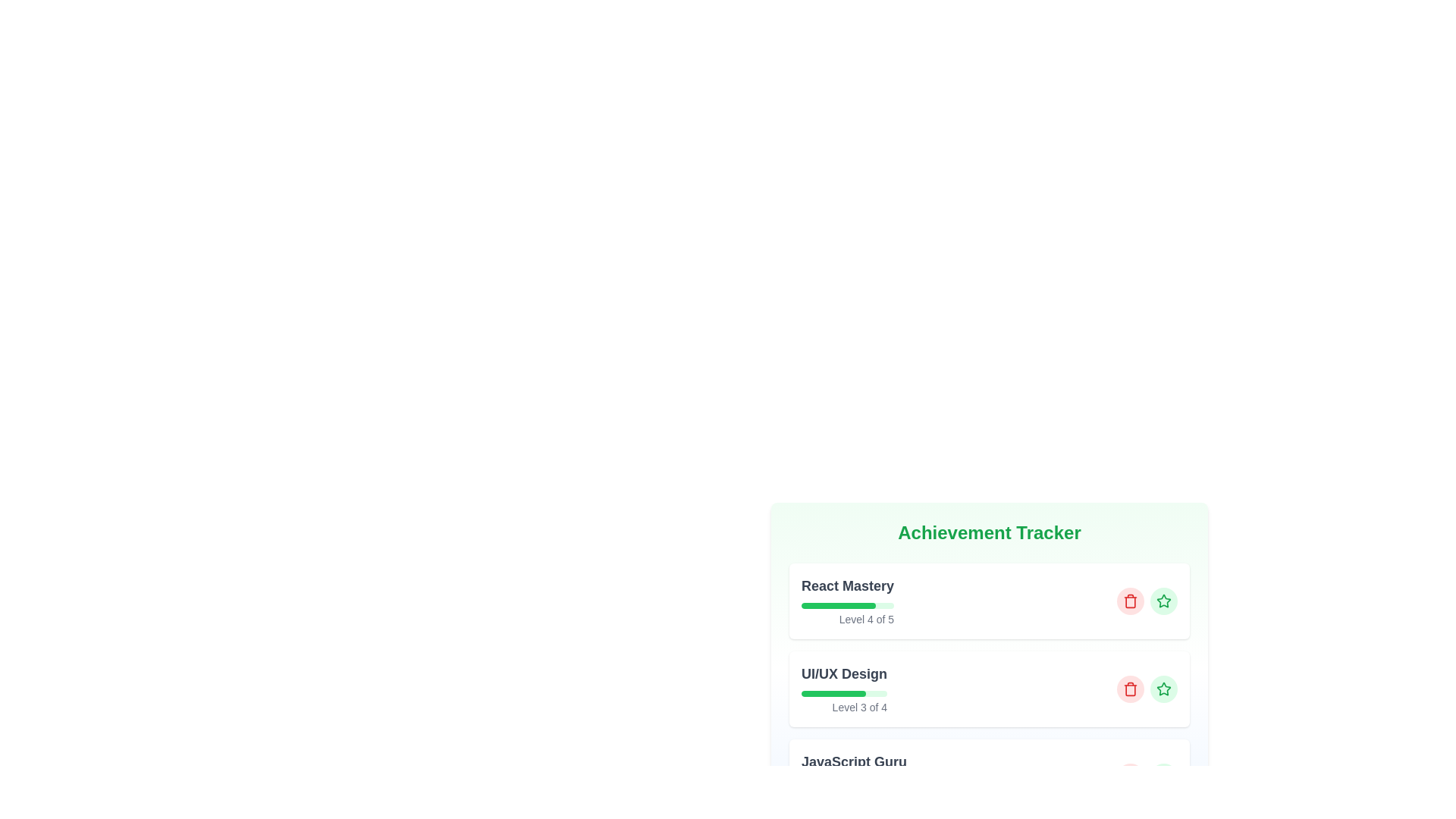  I want to click on the Progress Bar displaying mastery in 'React' located in the first card of the 'Achievement Tracker', so click(847, 601).